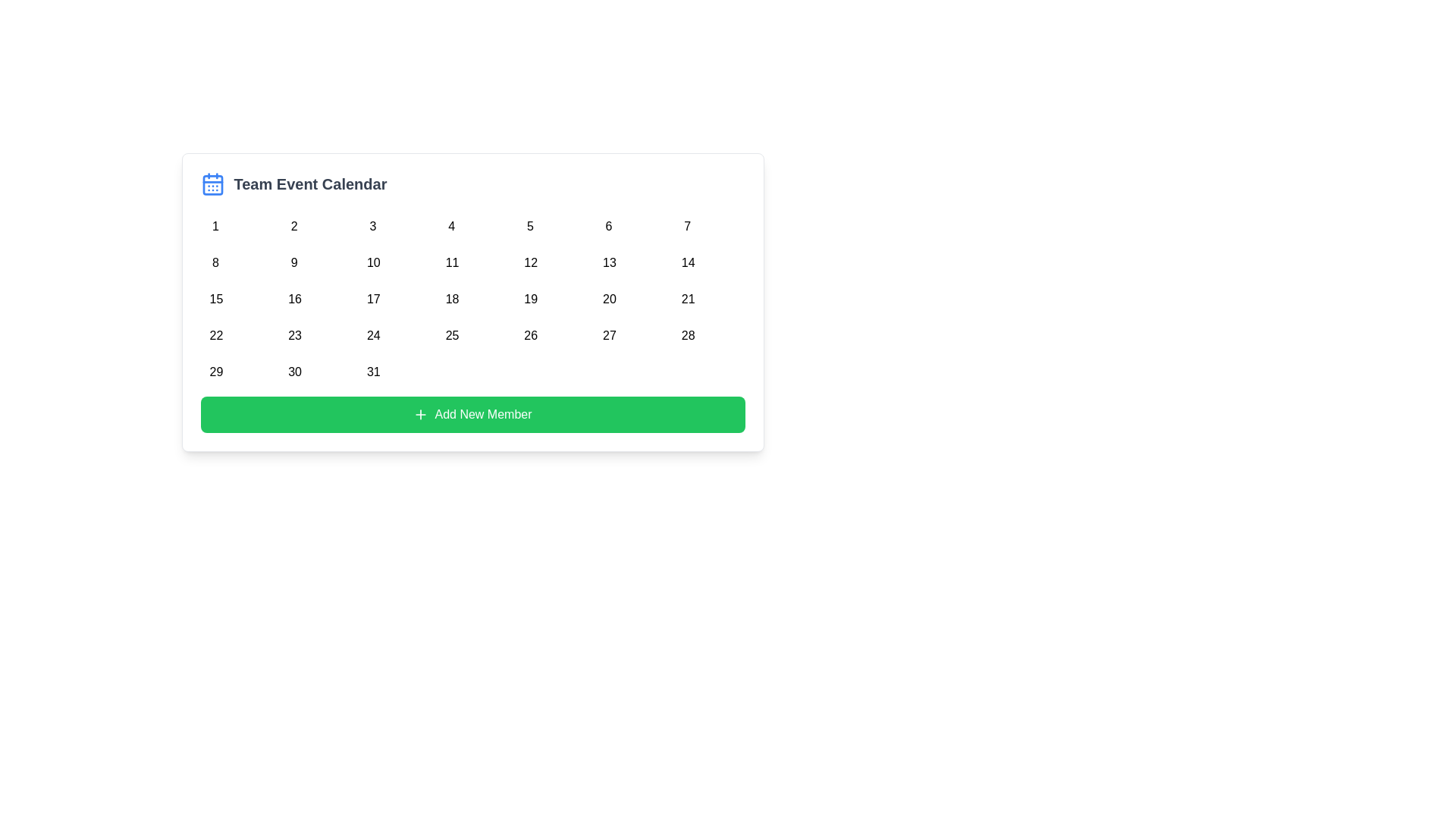  Describe the element at coordinates (530, 332) in the screenshot. I see `the button representing day '26'` at that location.